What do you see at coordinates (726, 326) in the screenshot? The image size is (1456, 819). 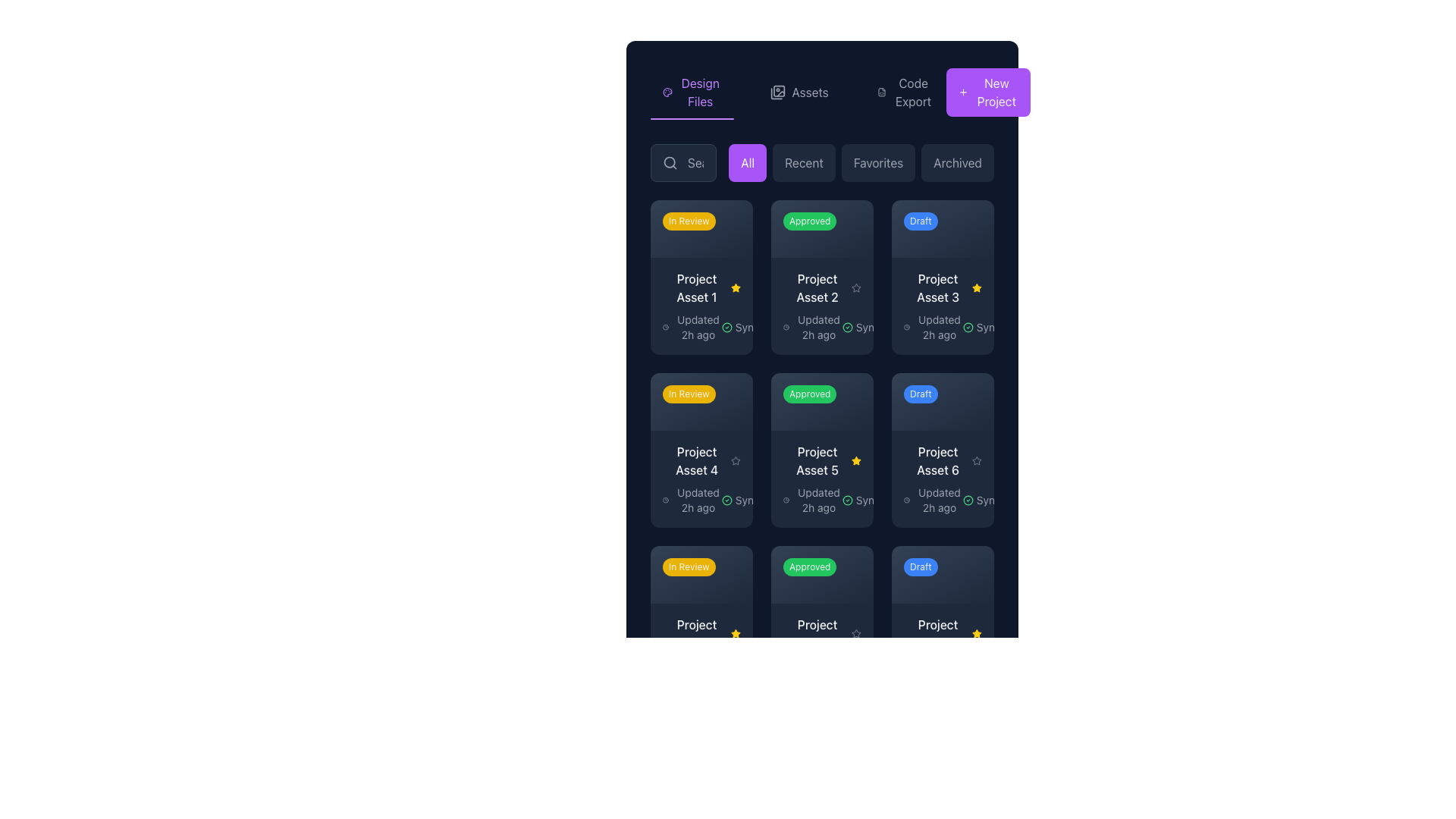 I see `the green checkmark icon indicating successful synchronization in the 'Synced' component, located to the left of the text 'Synced' at the bottom-left corner of the card titled 'Project Asset 1'` at bounding box center [726, 326].